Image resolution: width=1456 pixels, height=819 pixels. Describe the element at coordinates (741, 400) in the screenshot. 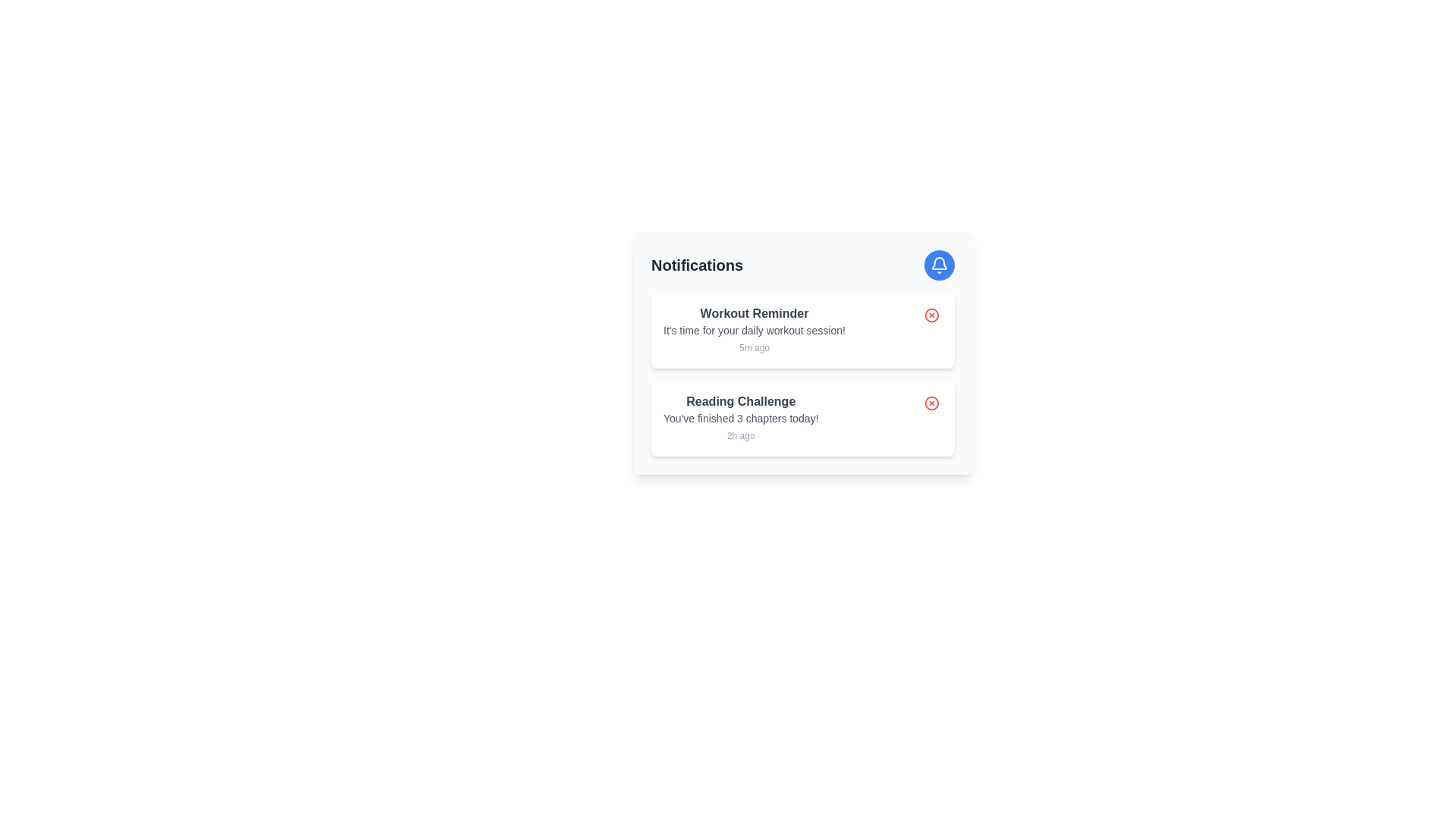

I see `the 'Reading Challenge' header text which is displayed in bold, medium-sized dark-gray font at the top of the notification card` at that location.